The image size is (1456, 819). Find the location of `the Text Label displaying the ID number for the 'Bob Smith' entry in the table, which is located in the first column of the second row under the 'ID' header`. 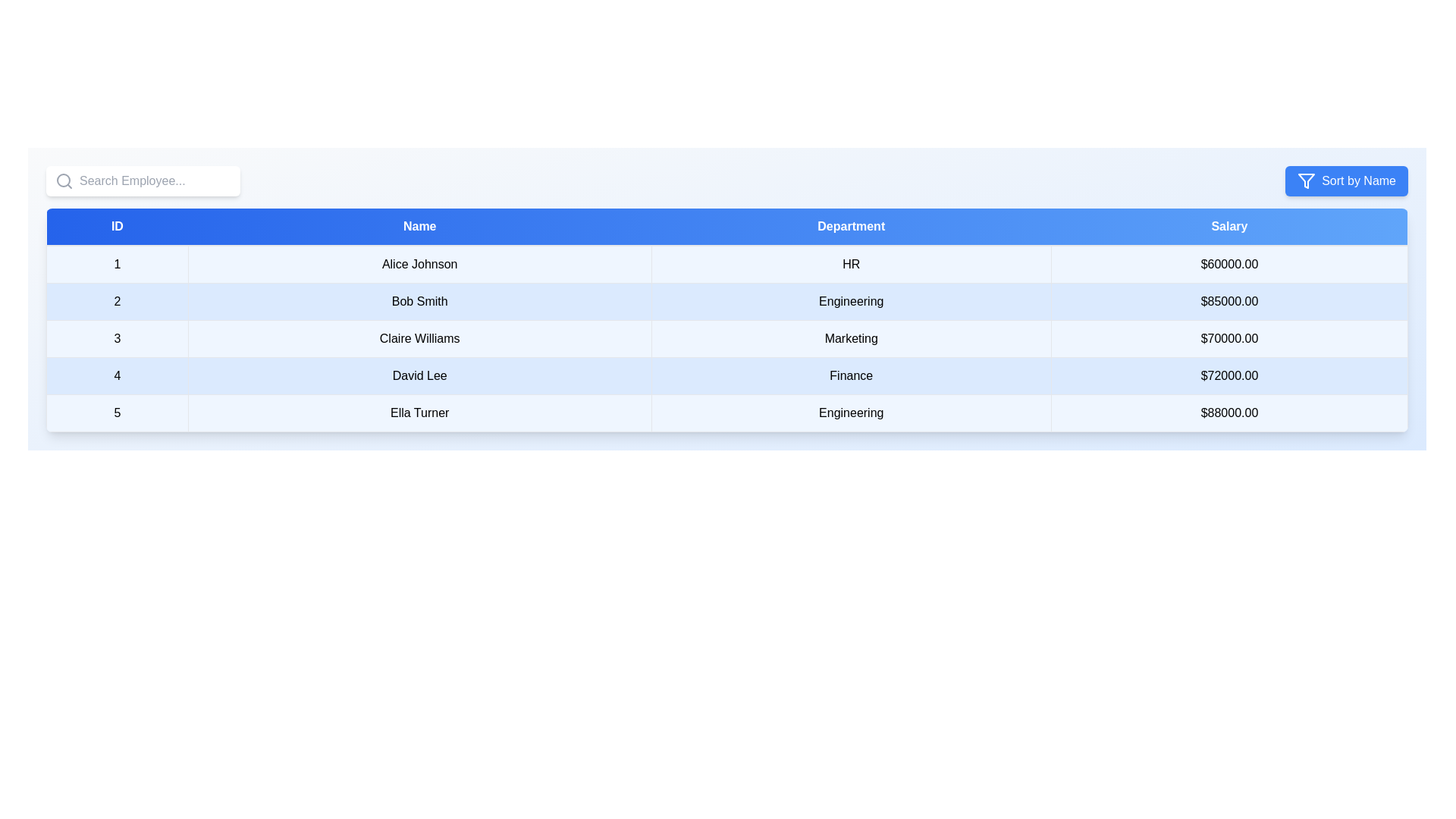

the Text Label displaying the ID number for the 'Bob Smith' entry in the table, which is located in the first column of the second row under the 'ID' header is located at coordinates (116, 301).